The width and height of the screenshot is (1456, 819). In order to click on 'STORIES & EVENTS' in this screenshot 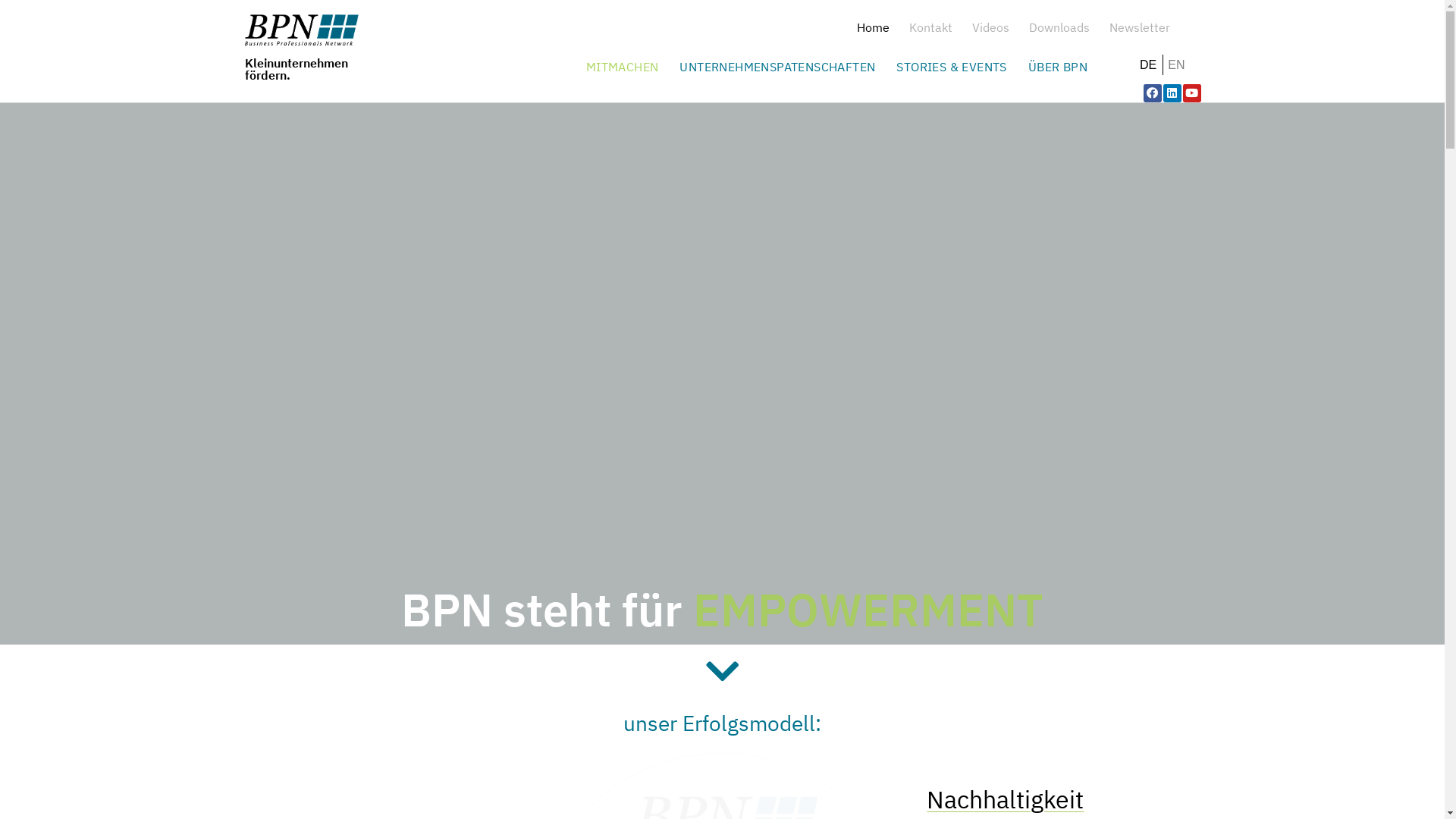, I will do `click(889, 66)`.